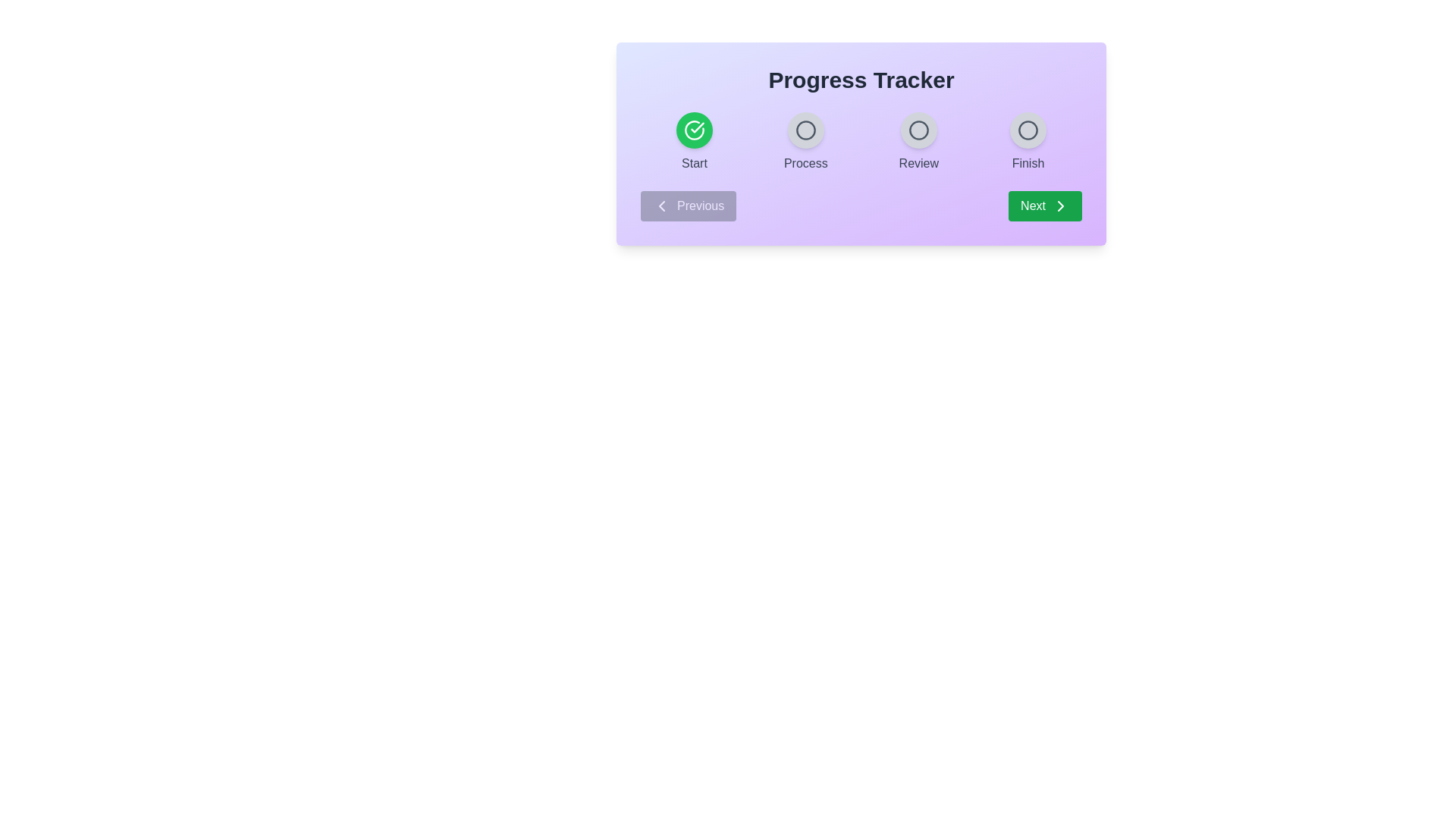  What do you see at coordinates (1028, 130) in the screenshot?
I see `the circular button with a gray background located under the label 'Finish' in the stepper control` at bounding box center [1028, 130].